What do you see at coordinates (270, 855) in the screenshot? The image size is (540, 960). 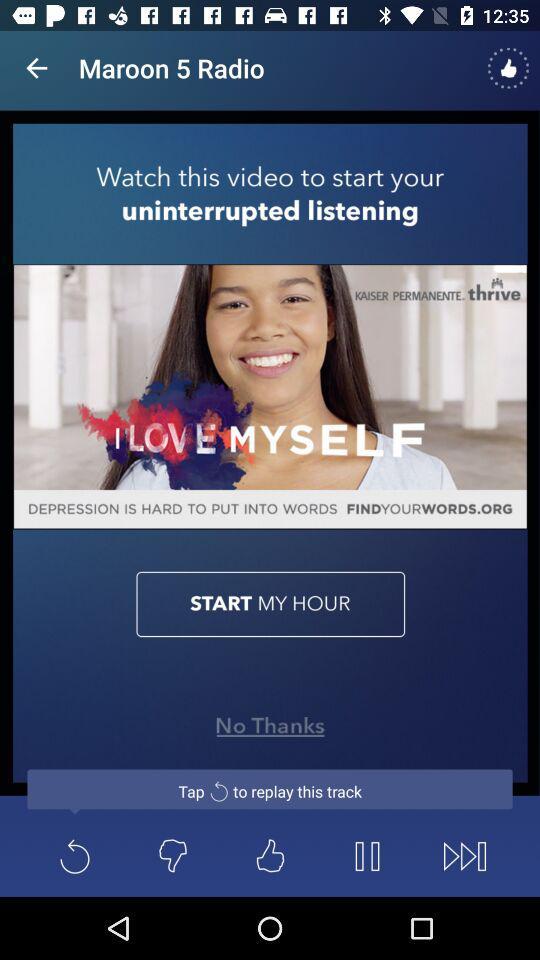 I see `the thumbs_up icon` at bounding box center [270, 855].